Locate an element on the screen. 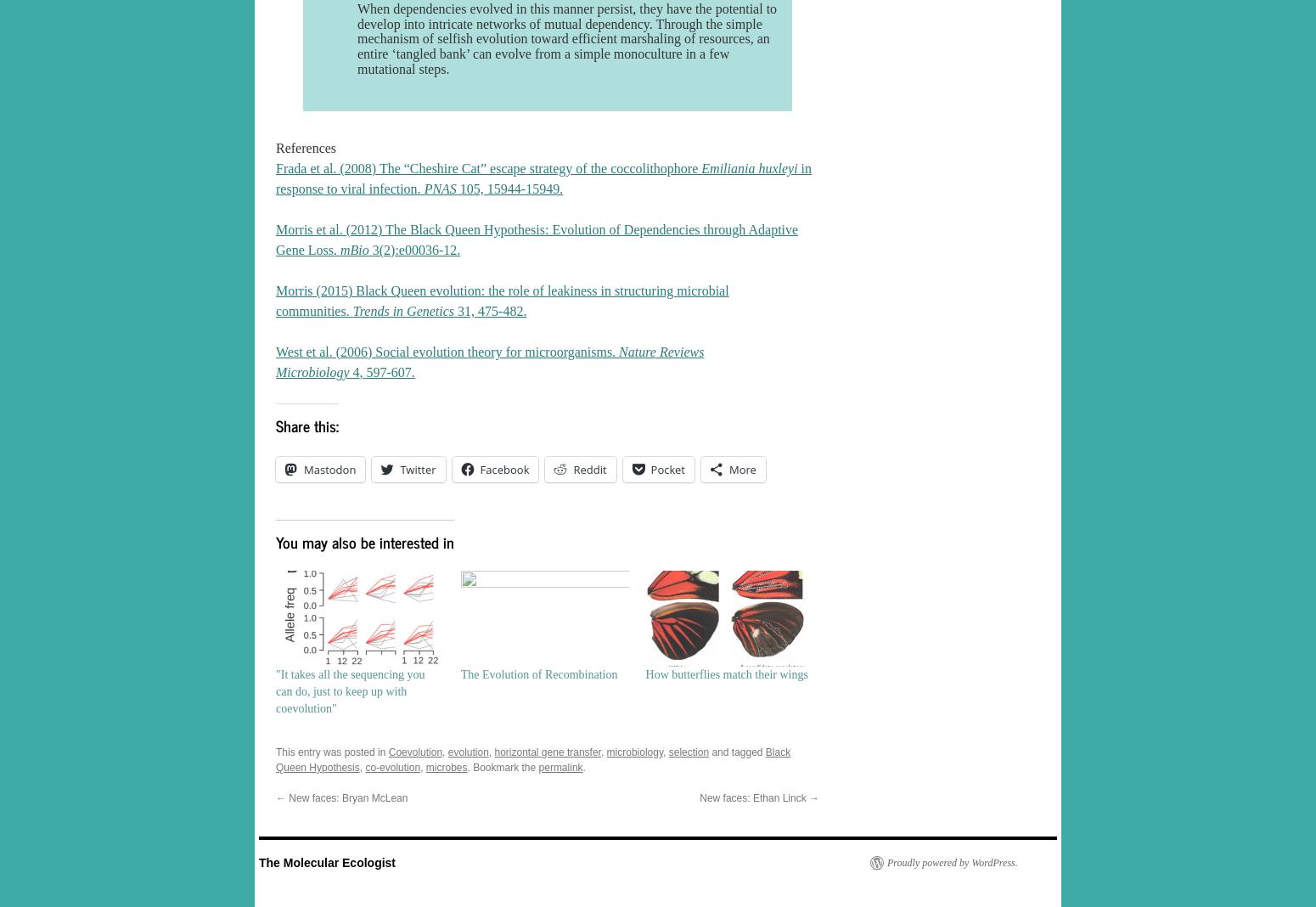  'West et al. (2006) Social evolution theory for microorganisms.' is located at coordinates (447, 352).